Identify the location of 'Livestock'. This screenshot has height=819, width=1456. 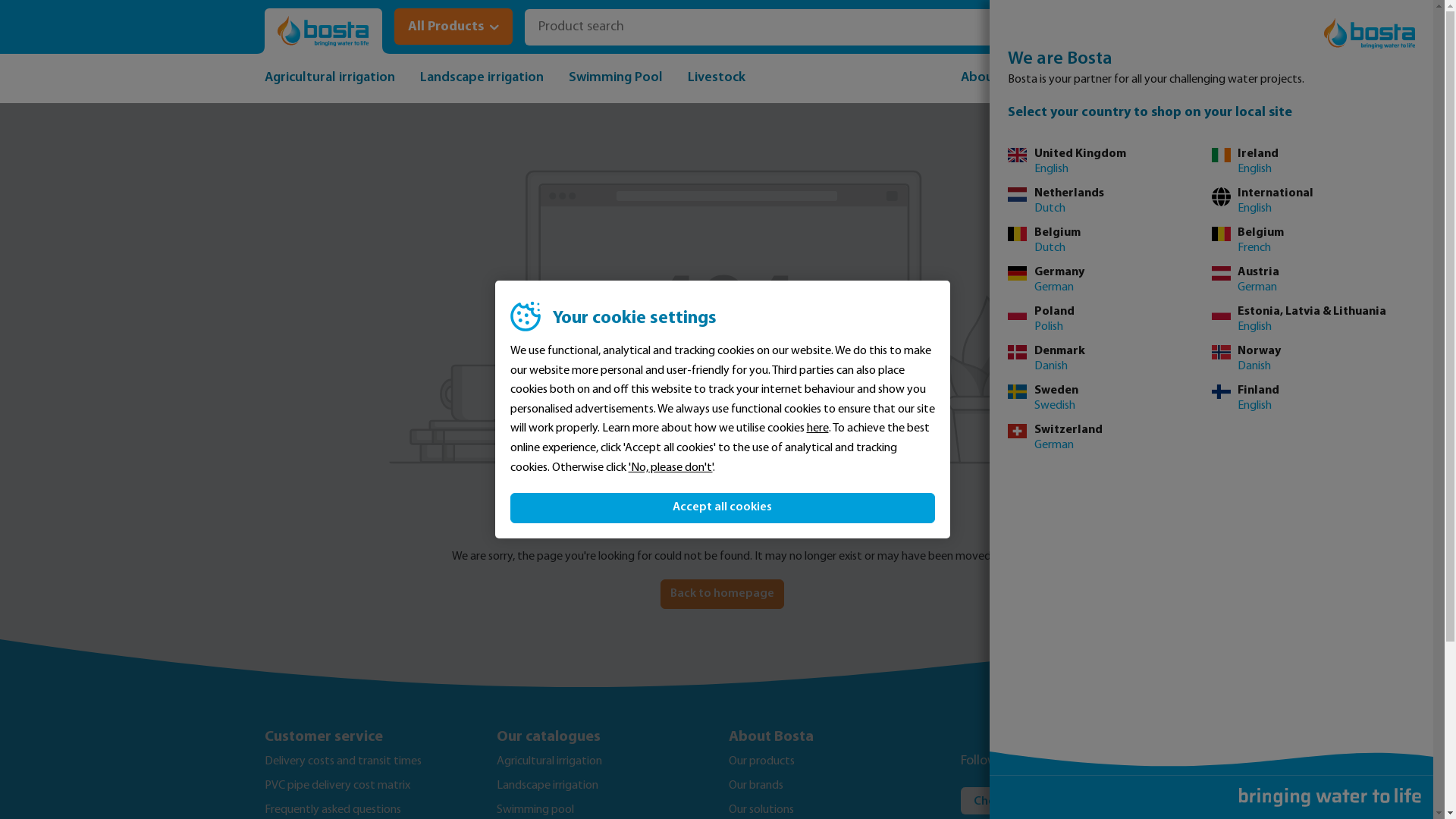
(715, 78).